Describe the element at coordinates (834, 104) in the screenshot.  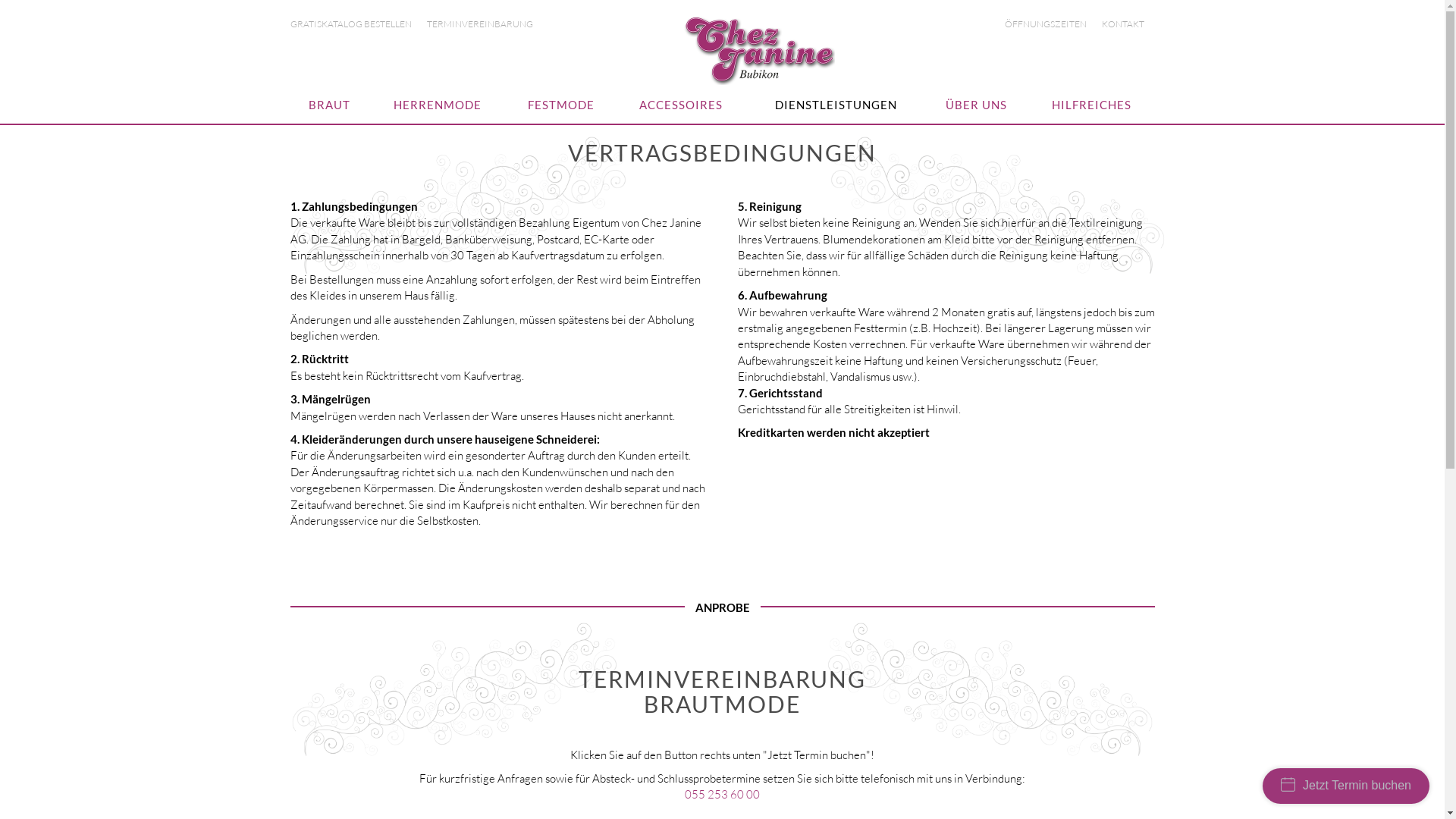
I see `'DIENSTLEISTUNGEN'` at that location.